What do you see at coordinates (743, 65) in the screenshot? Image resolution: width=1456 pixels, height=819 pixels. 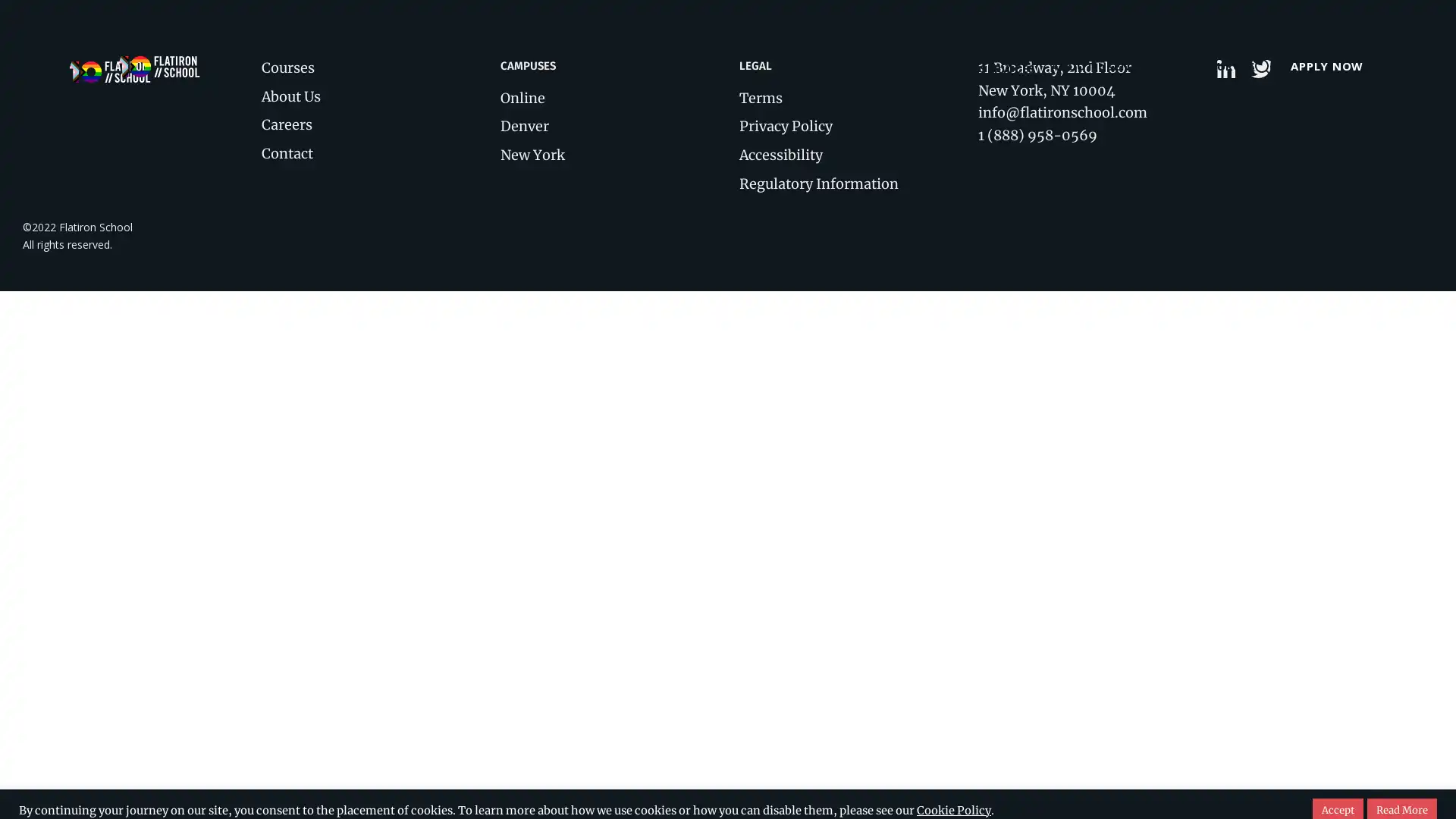 I see `LOCATIONS` at bounding box center [743, 65].